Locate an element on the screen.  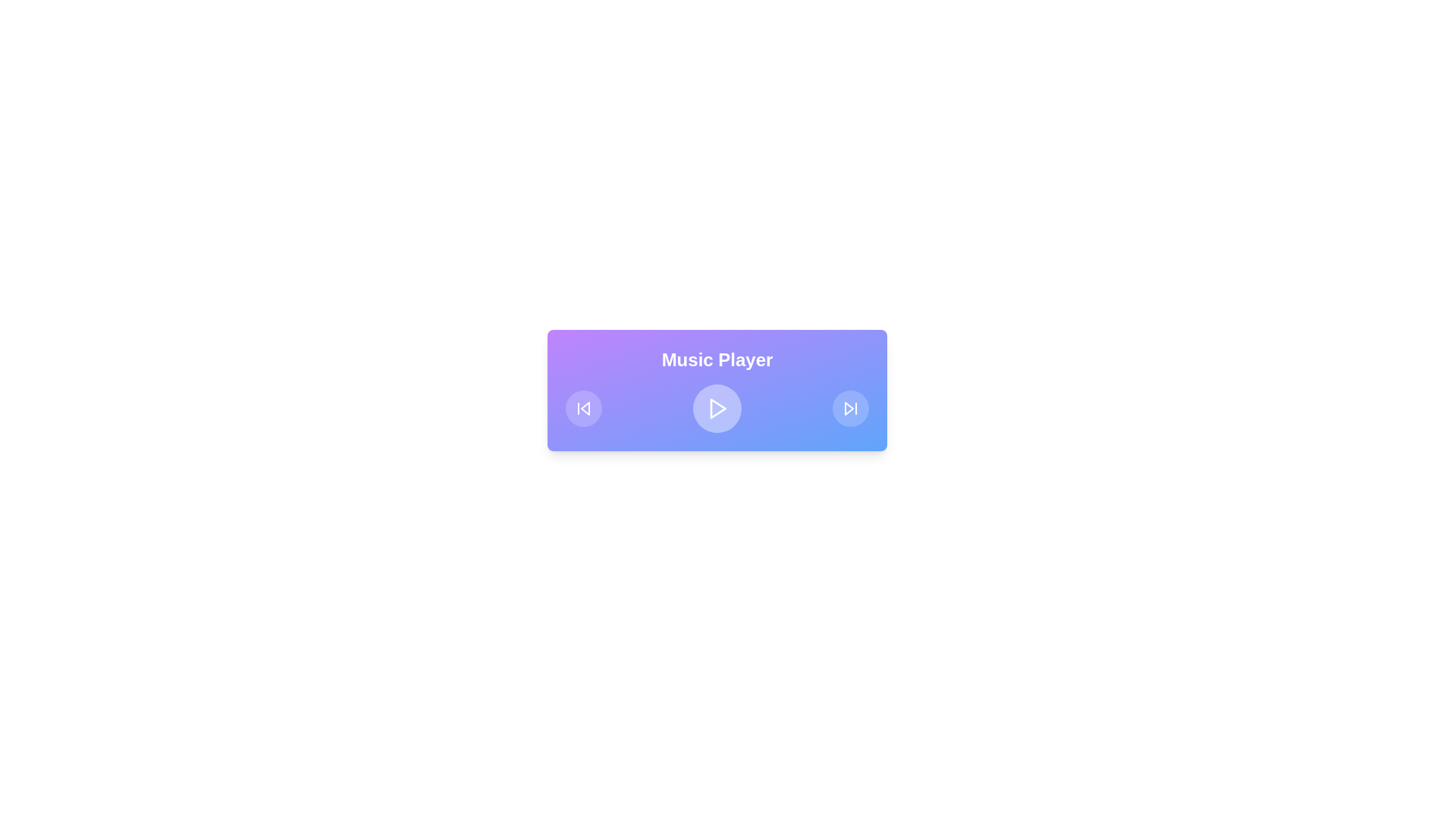
the skip-forward icon located at the bottom right of the multimedia control bar is located at coordinates (848, 408).